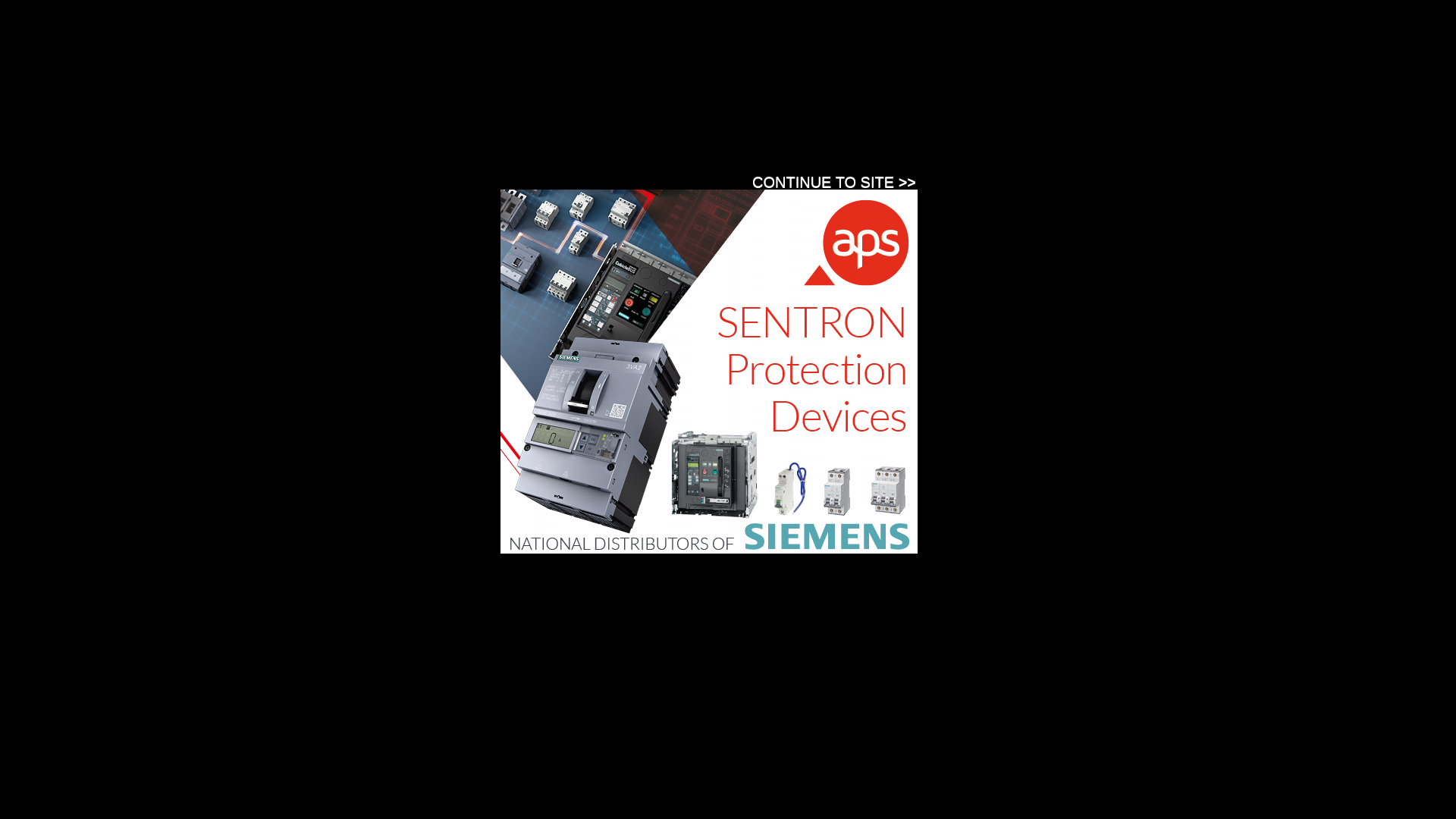 The image size is (1456, 819). What do you see at coordinates (336, 177) in the screenshot?
I see `'The Magazine'` at bounding box center [336, 177].